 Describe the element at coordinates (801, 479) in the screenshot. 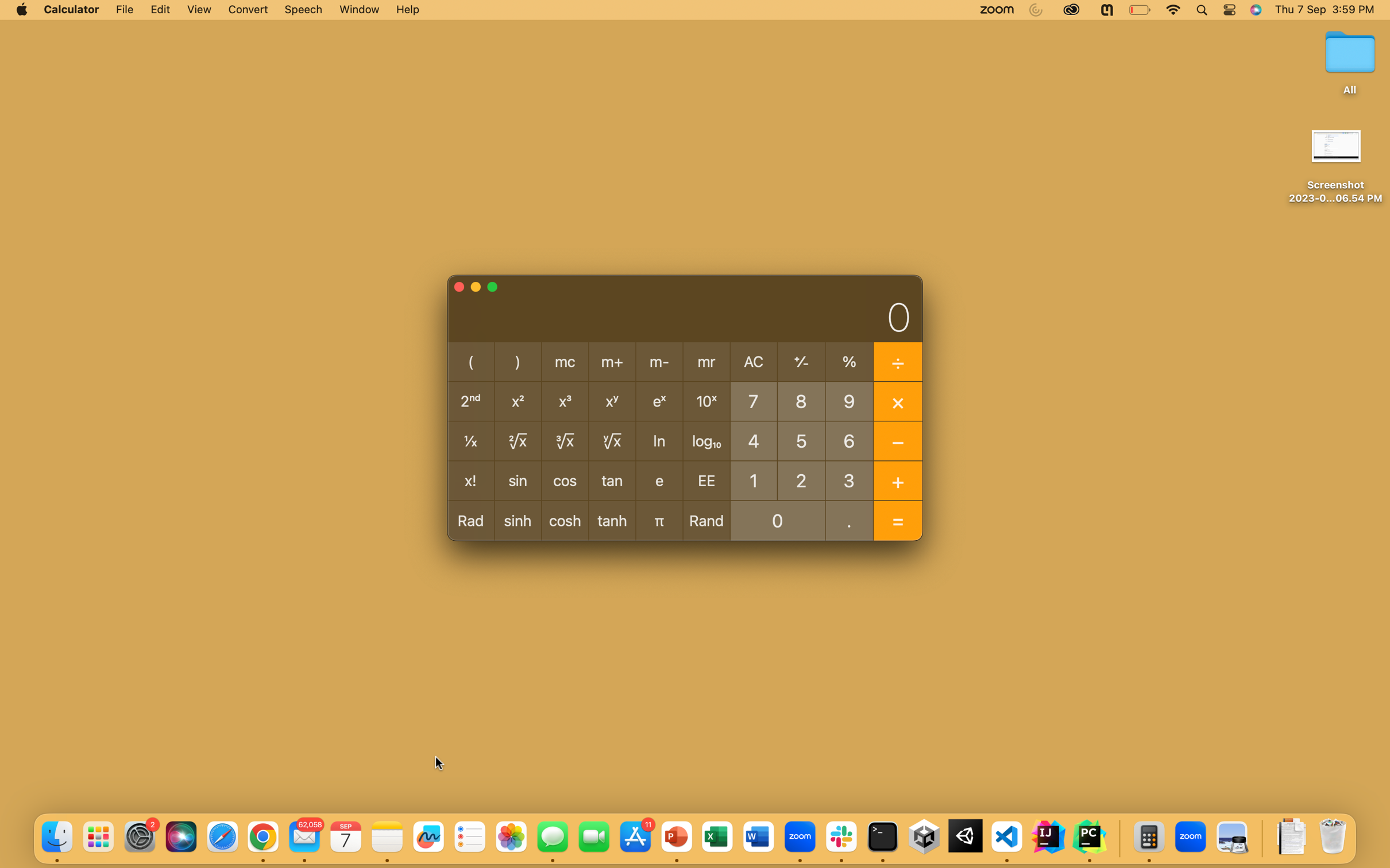

I see `Execute the calculation of 2 divided by 0` at that location.